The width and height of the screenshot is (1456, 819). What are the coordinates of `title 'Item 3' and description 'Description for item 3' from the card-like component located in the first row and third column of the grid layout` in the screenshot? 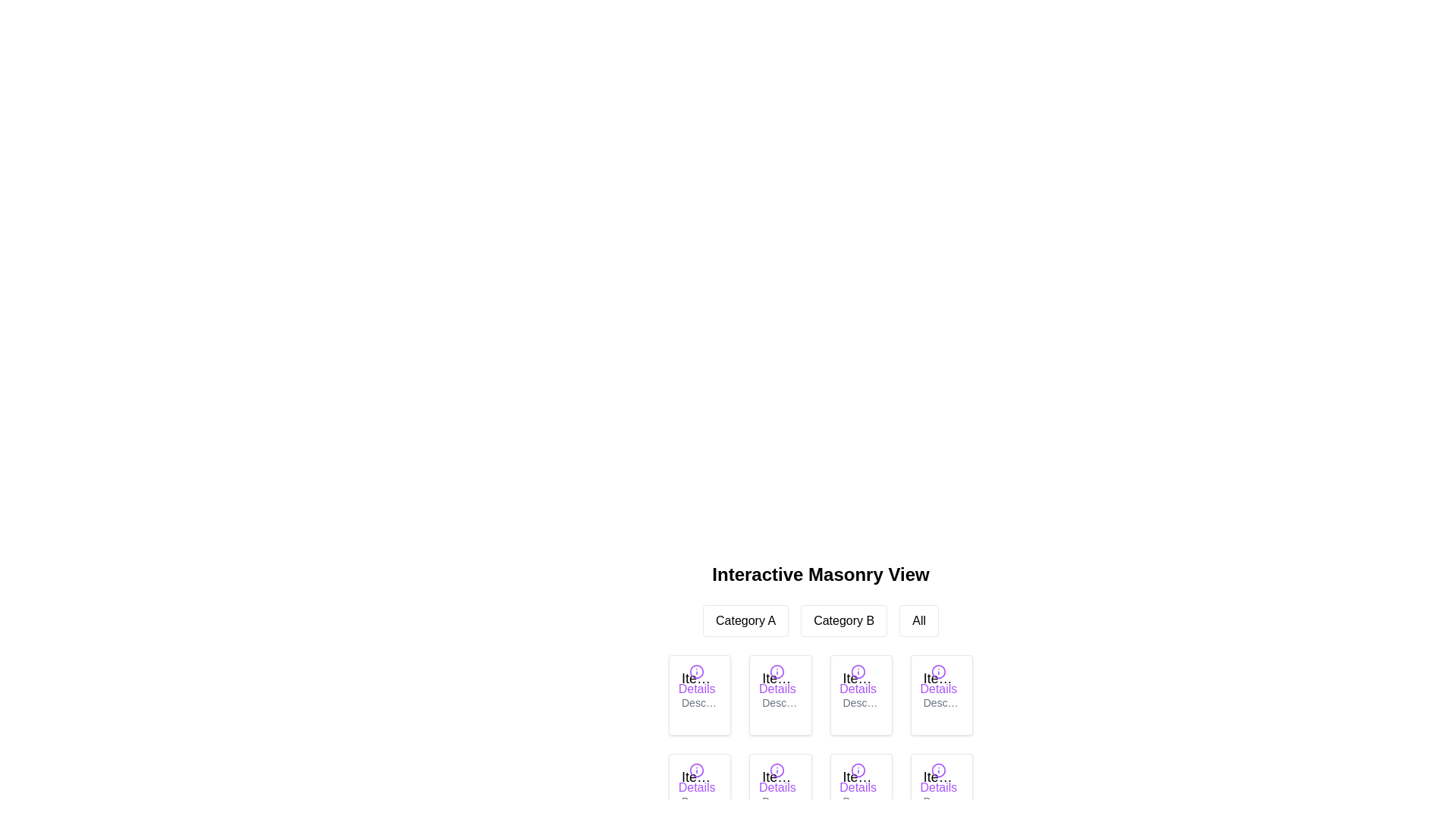 It's located at (861, 695).